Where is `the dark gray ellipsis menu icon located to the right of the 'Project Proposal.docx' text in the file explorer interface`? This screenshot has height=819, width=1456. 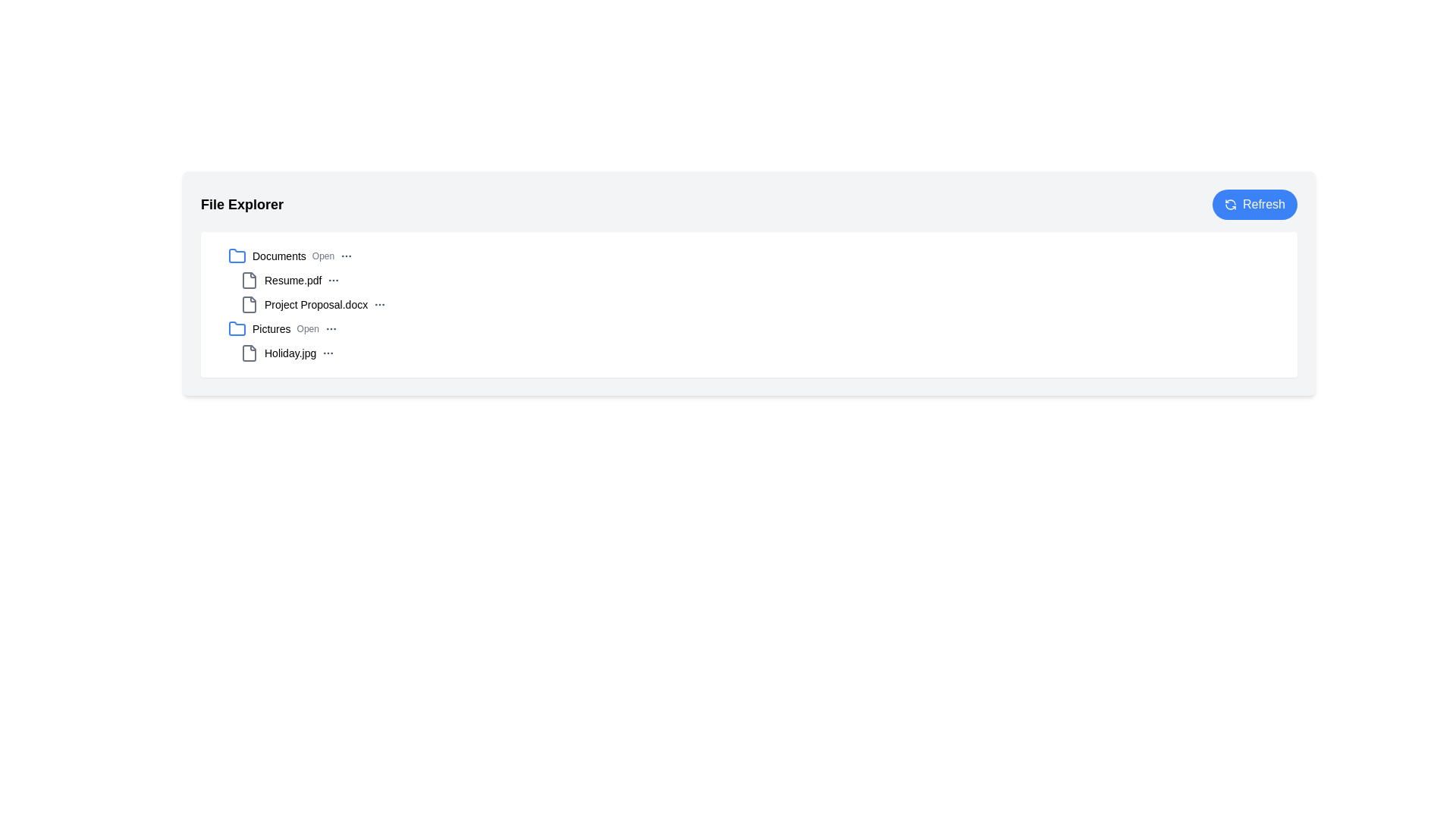 the dark gray ellipsis menu icon located to the right of the 'Project Proposal.docx' text in the file explorer interface is located at coordinates (380, 304).